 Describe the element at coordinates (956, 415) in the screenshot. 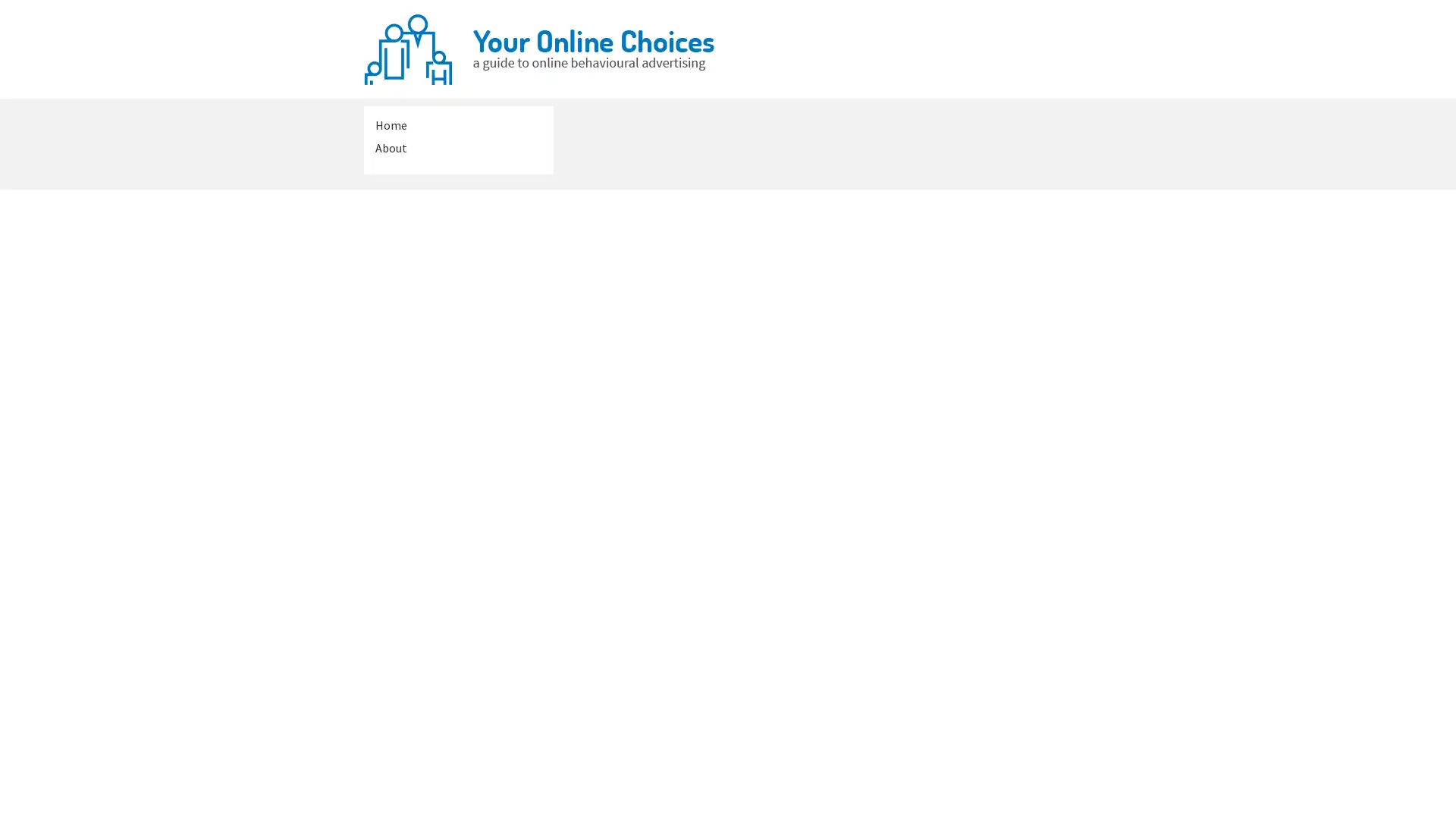

I see `mute` at that location.